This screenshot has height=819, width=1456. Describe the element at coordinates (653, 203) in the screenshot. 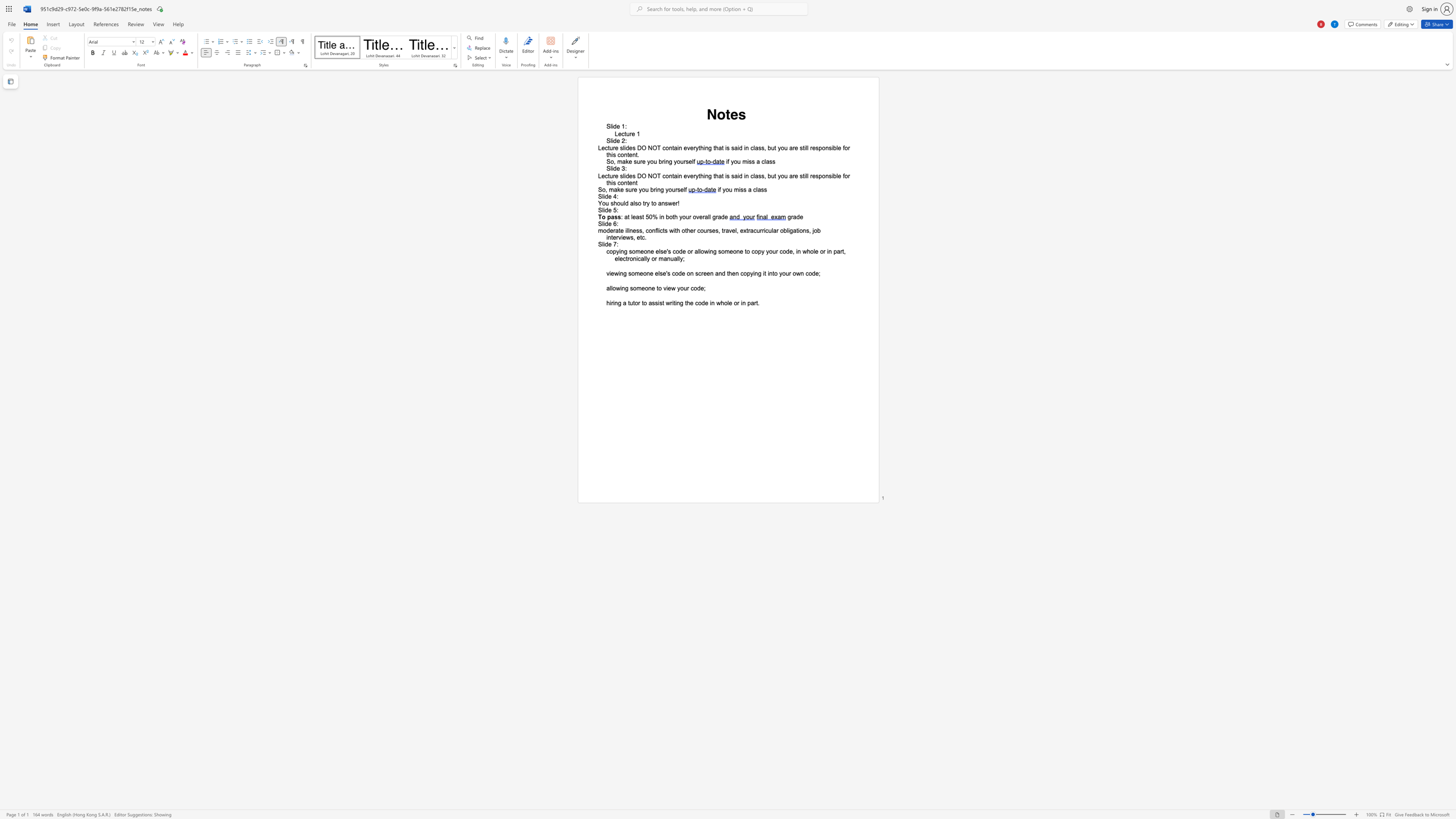

I see `the space between the continuous character "t" and "o" in the text` at that location.